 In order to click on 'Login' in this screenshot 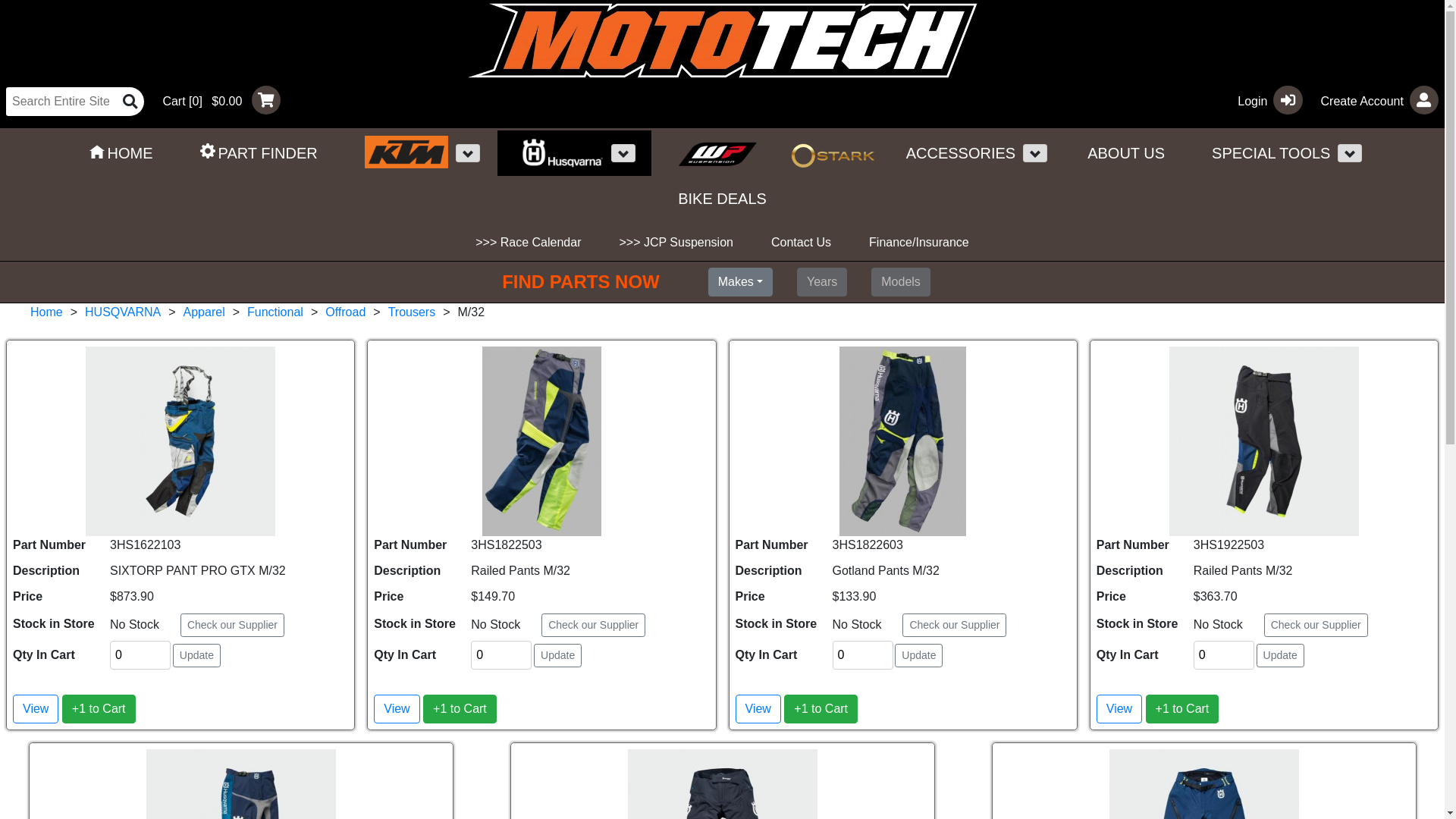, I will do `click(1263, 99)`.